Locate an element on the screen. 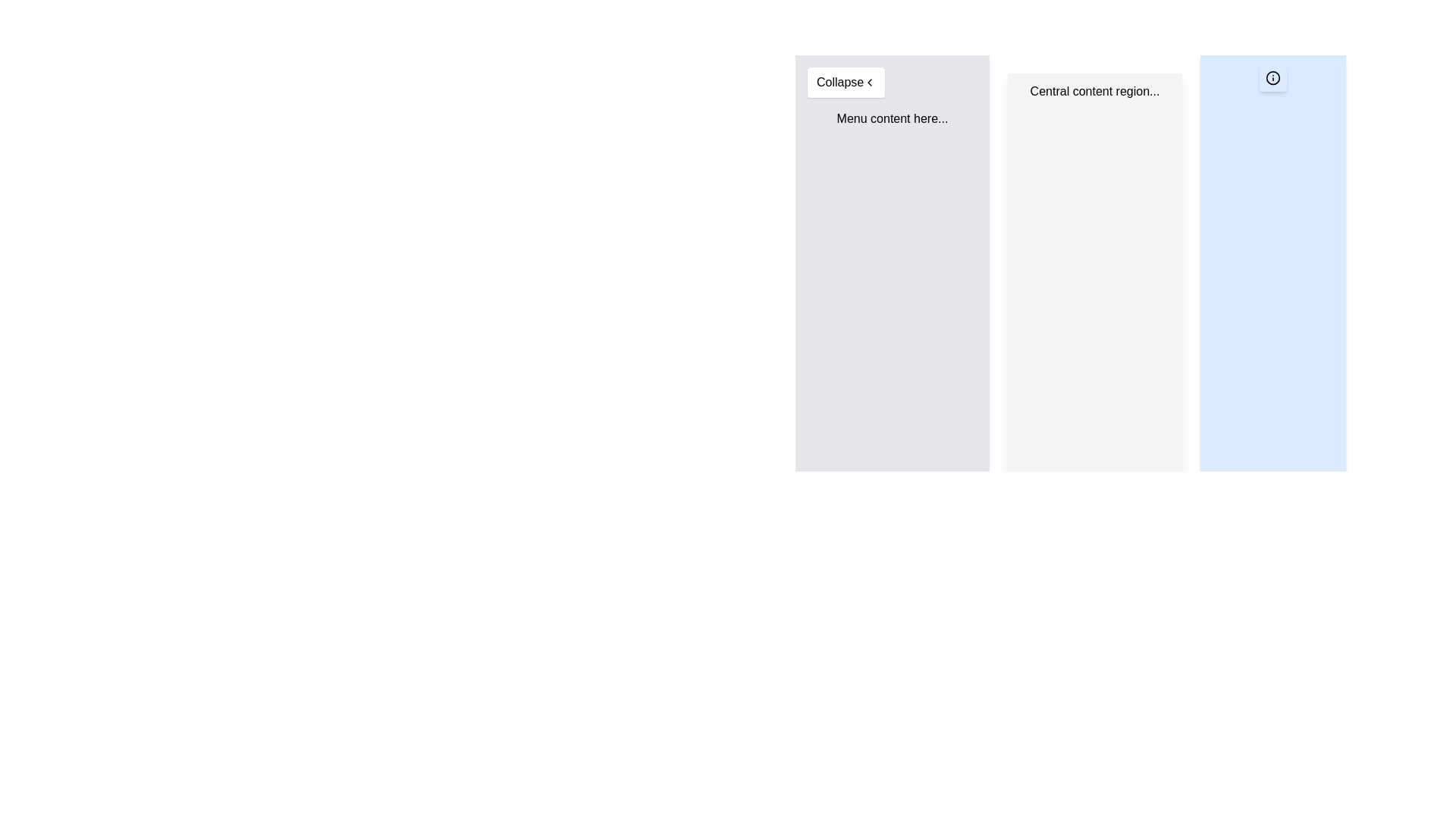 This screenshot has height=819, width=1456. the text element displaying 'Menu content here...' which is situated below the 'Collapse' button in the left side panel is located at coordinates (892, 118).